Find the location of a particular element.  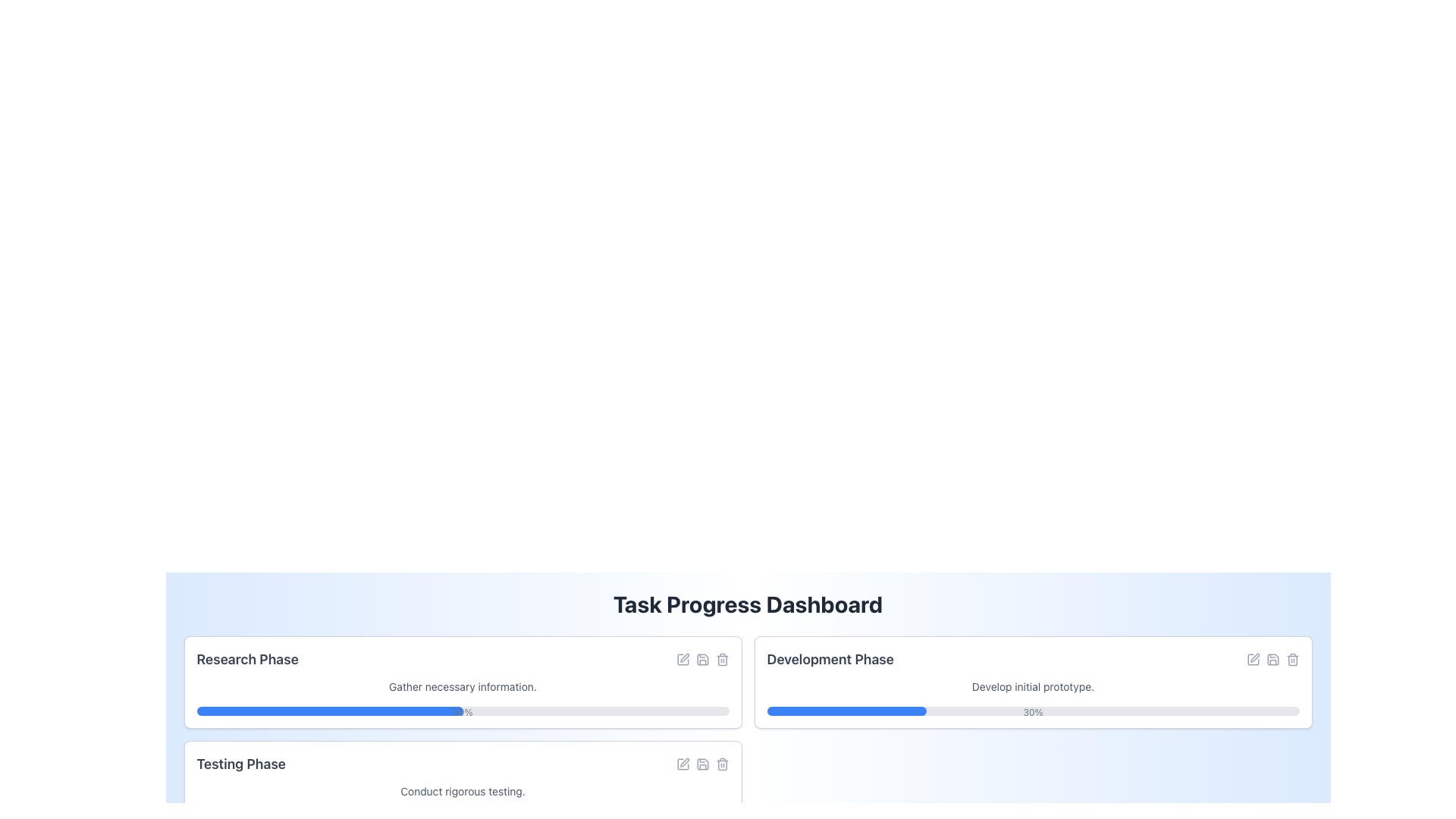

the 'Research Phase' informational card with integrated progress bar located in the top-left part of the project management interface is located at coordinates (462, 681).